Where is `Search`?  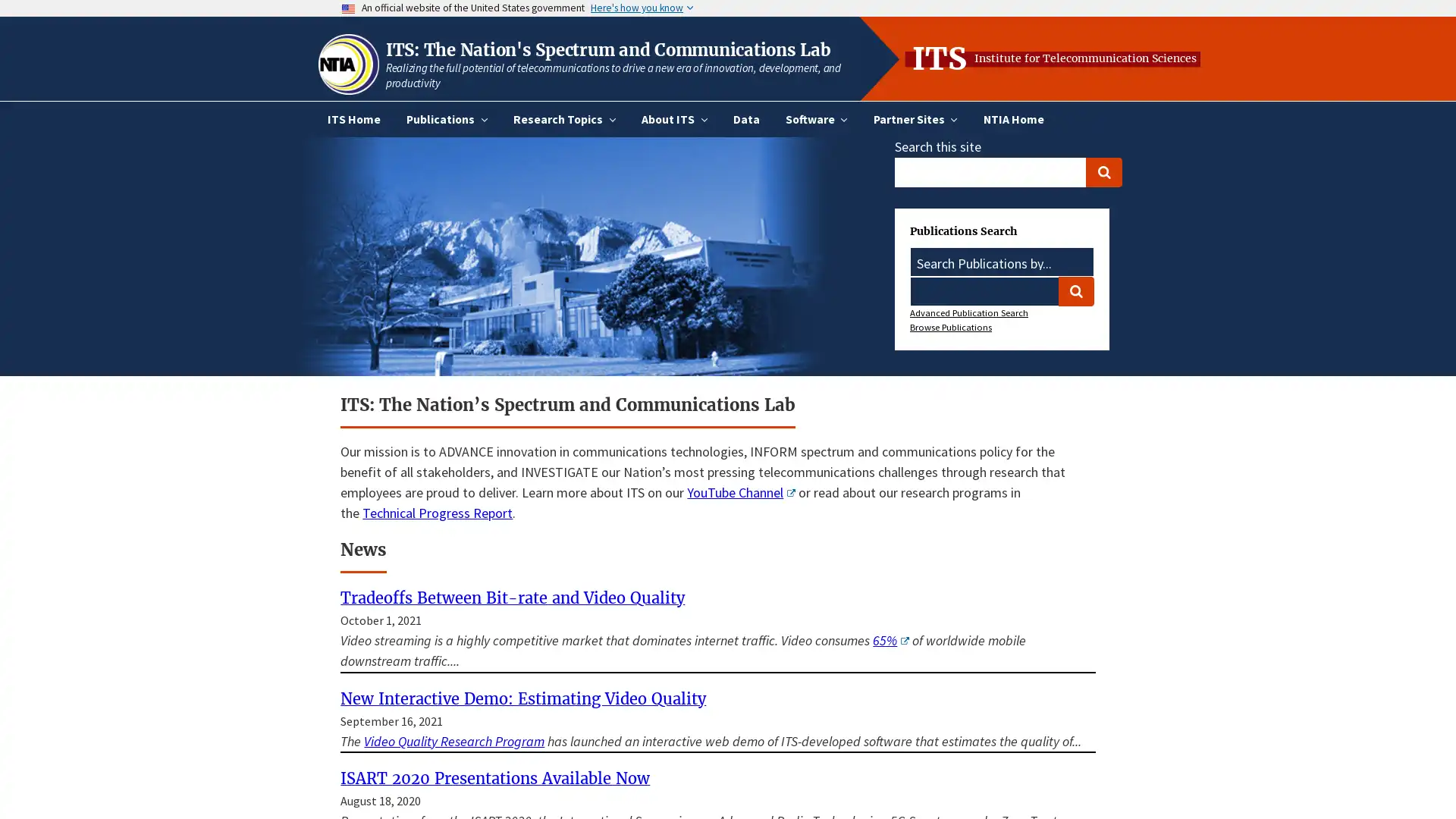 Search is located at coordinates (1075, 291).